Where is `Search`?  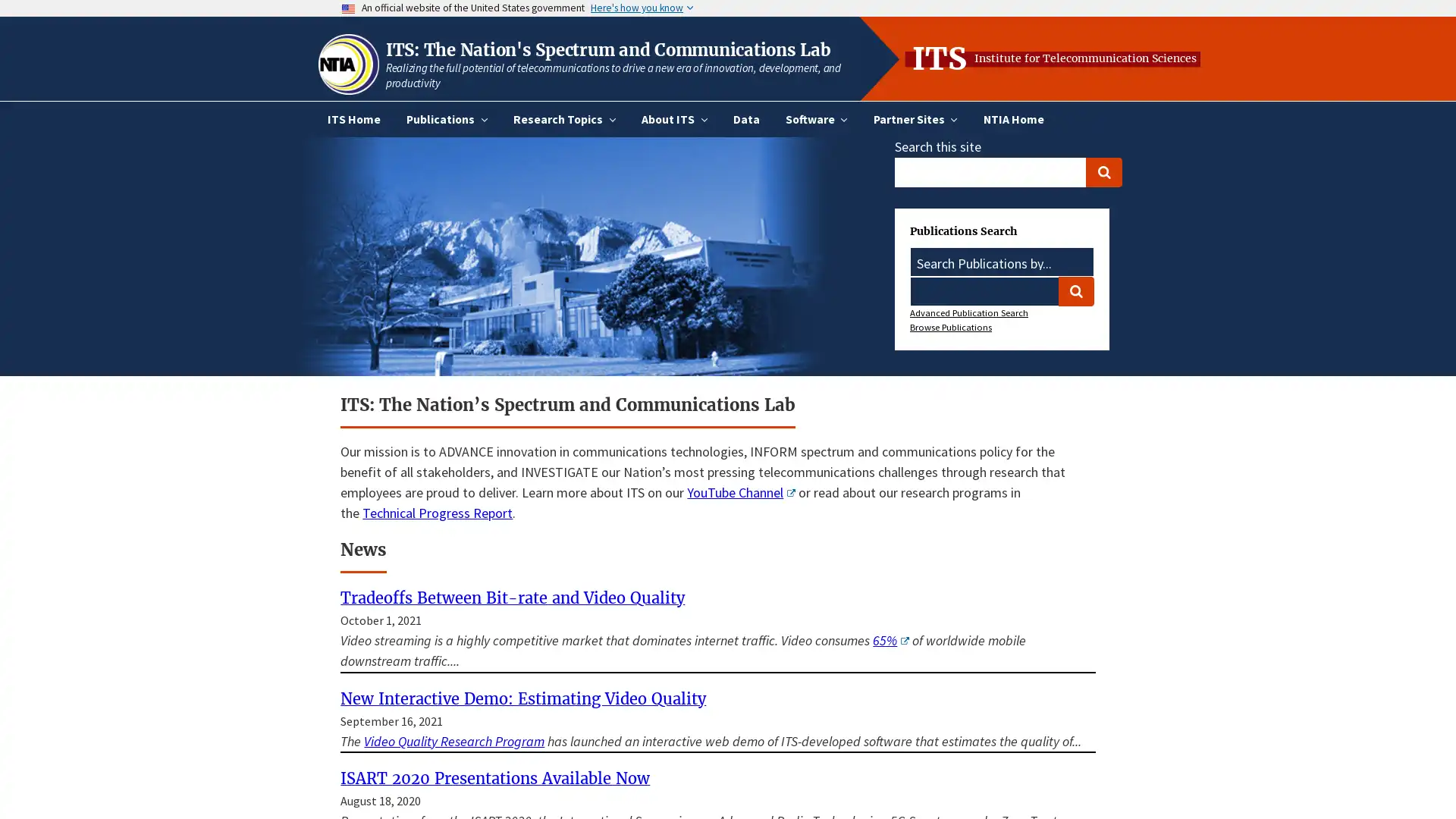 Search is located at coordinates (1075, 291).